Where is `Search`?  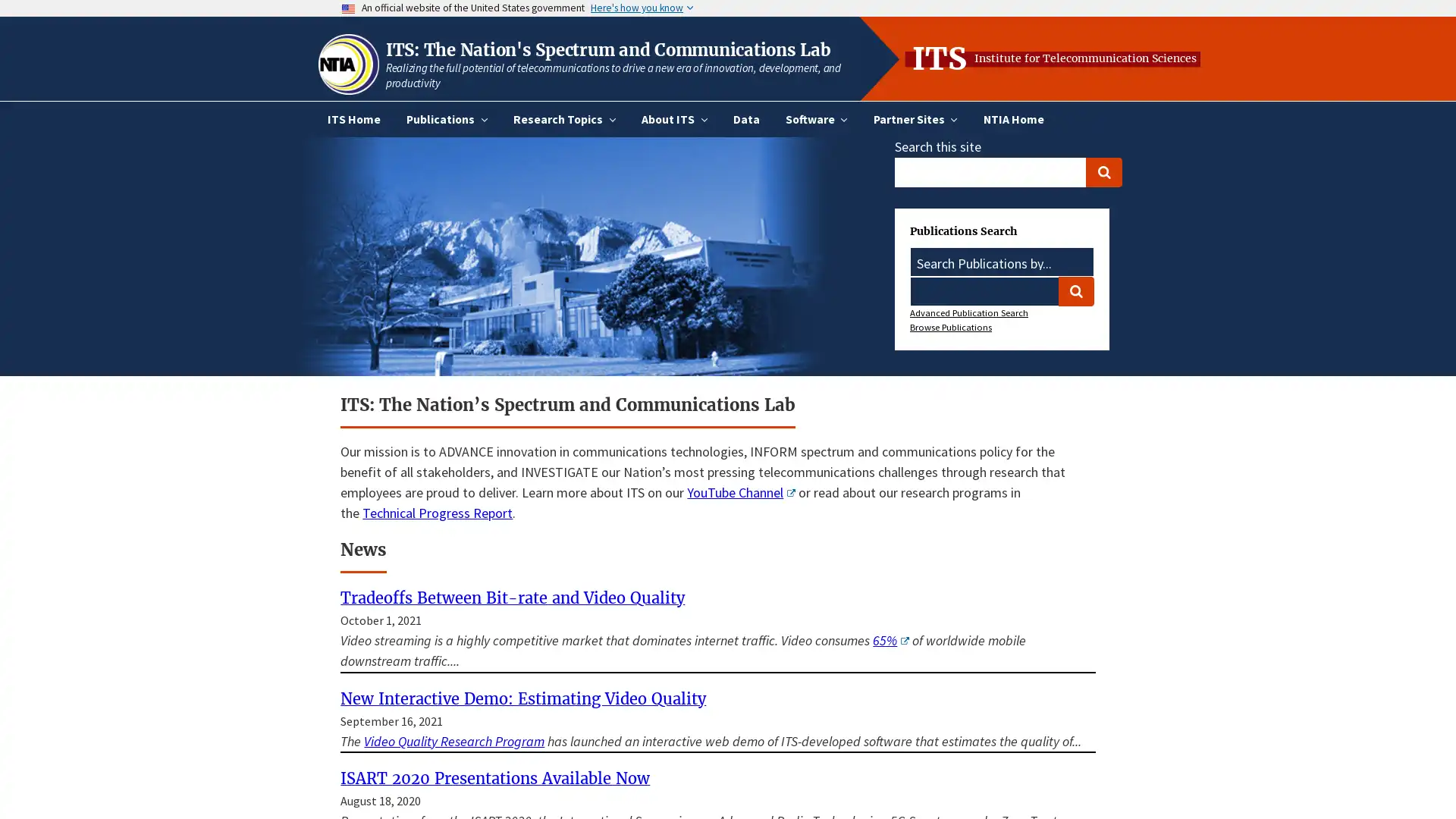 Search is located at coordinates (1075, 291).